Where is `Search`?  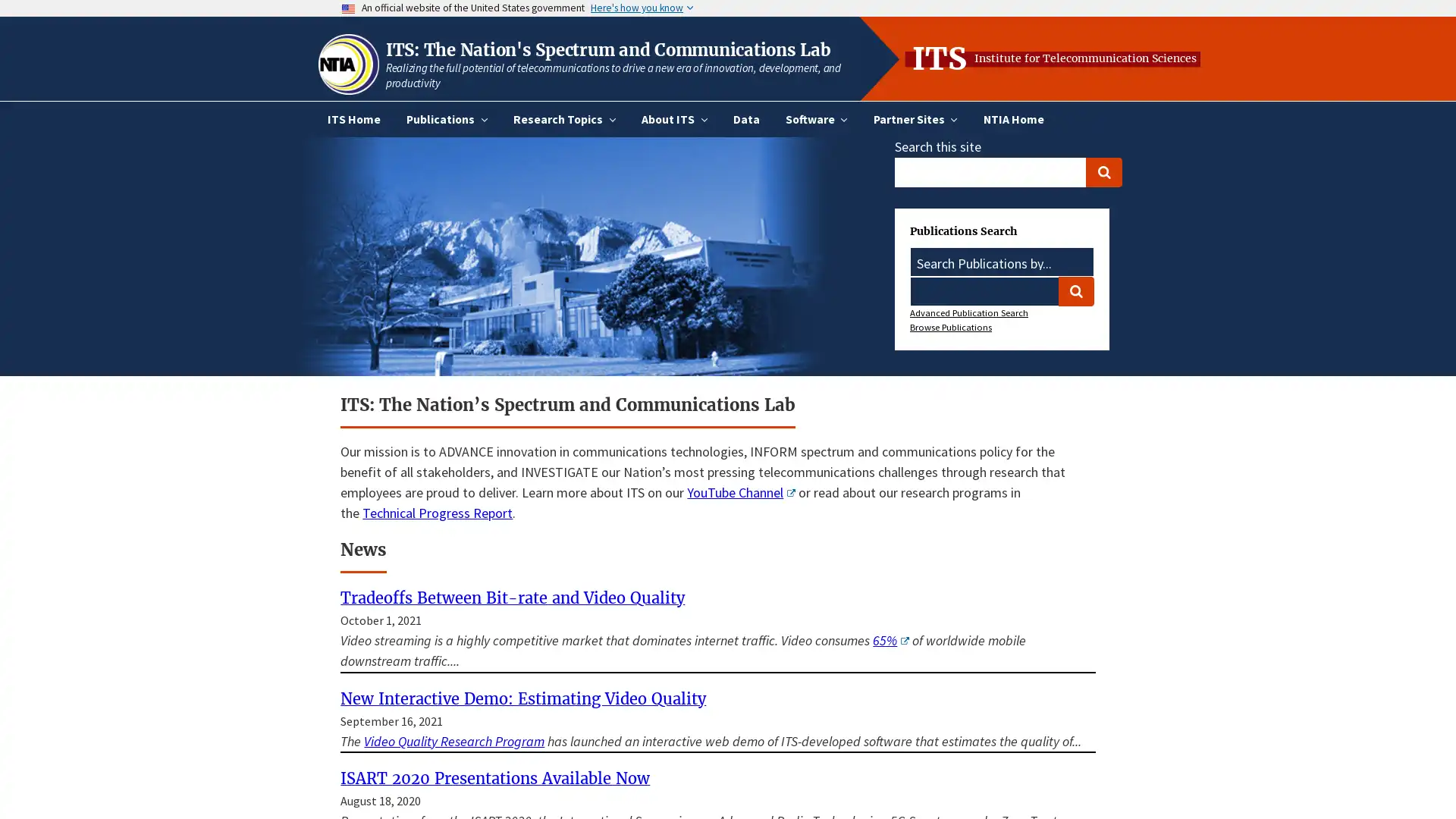 Search is located at coordinates (1075, 291).